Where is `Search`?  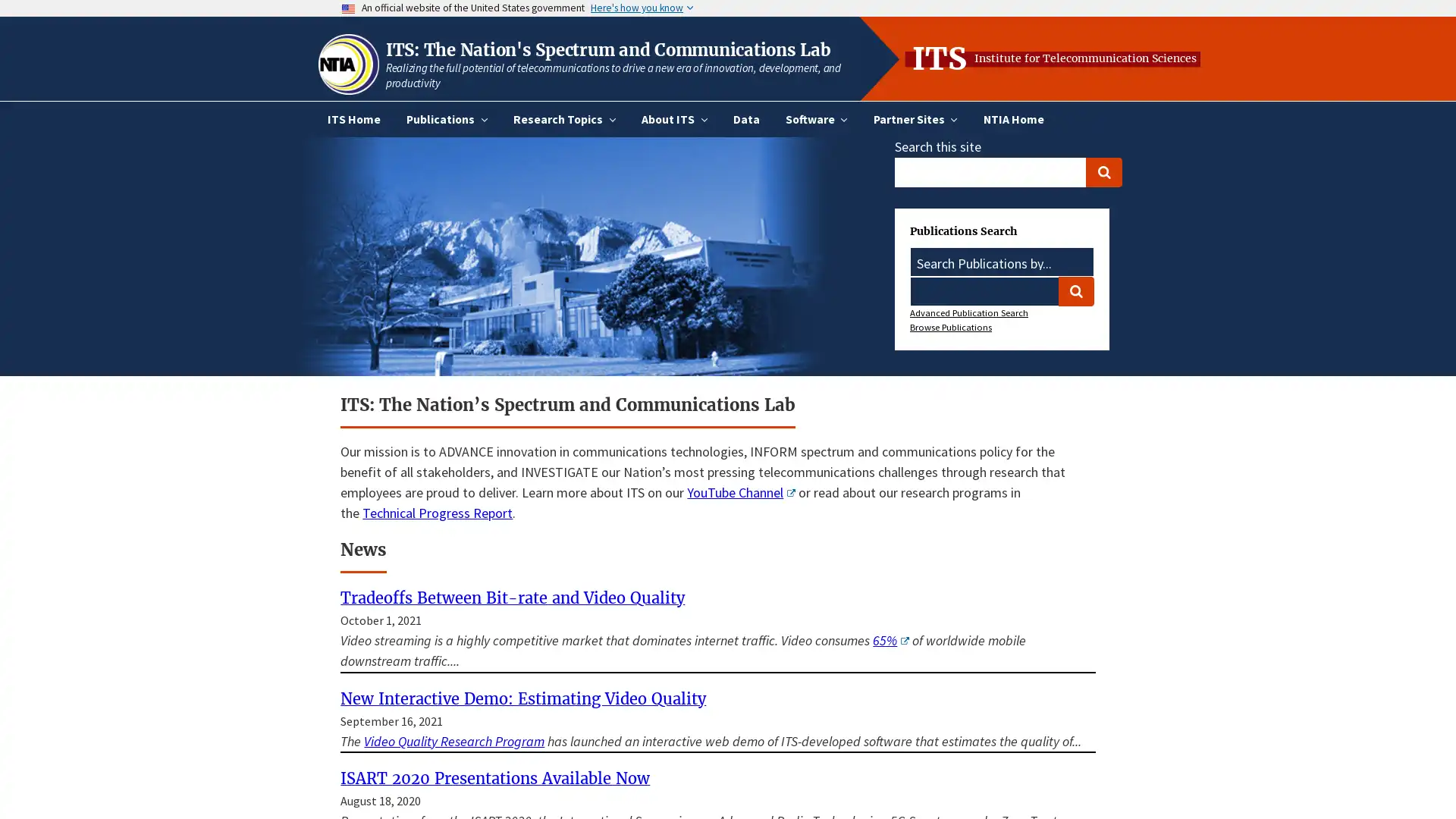 Search is located at coordinates (1075, 291).